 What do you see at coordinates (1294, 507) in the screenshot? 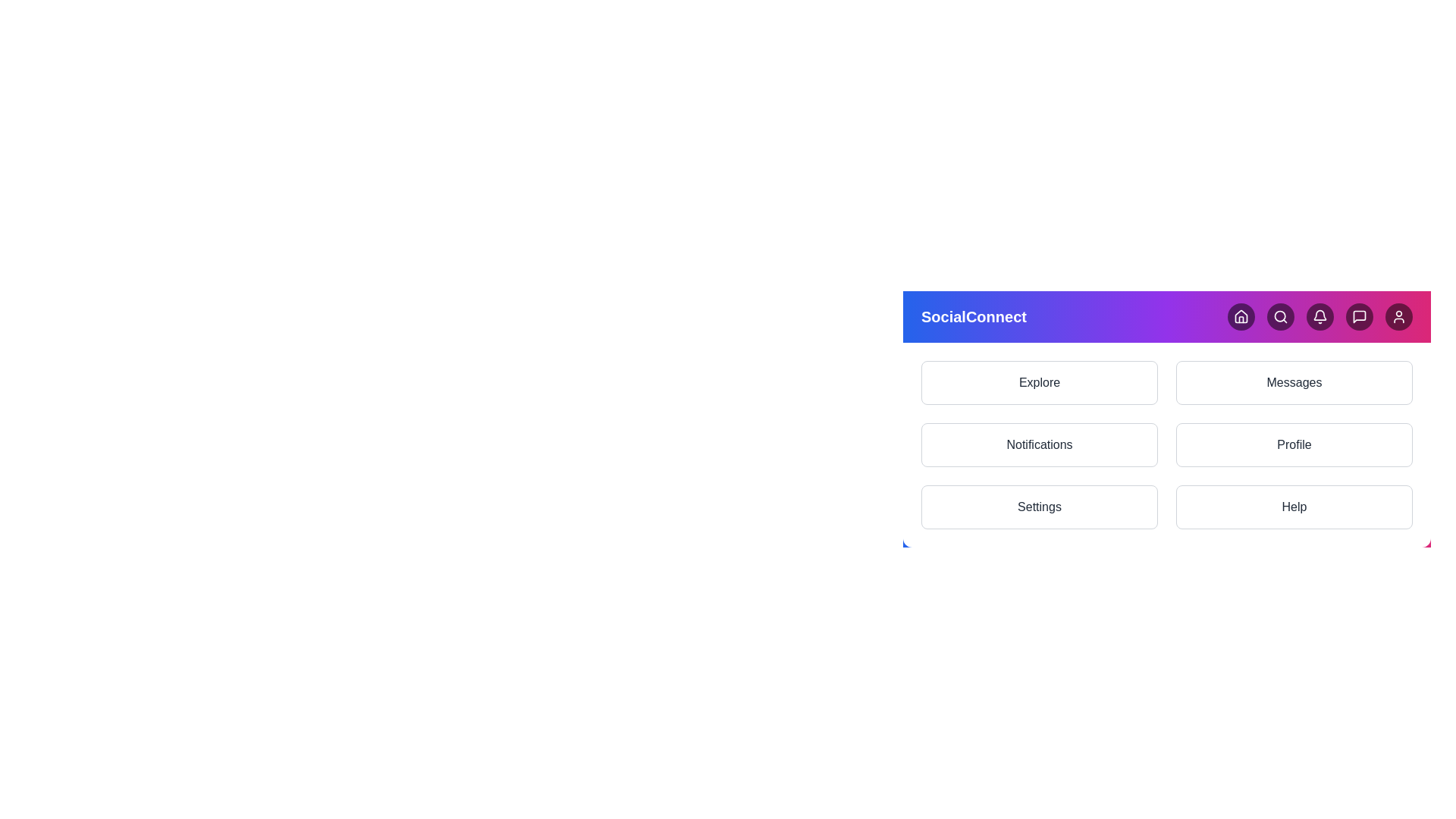
I see `the navigation option labeled Help` at bounding box center [1294, 507].